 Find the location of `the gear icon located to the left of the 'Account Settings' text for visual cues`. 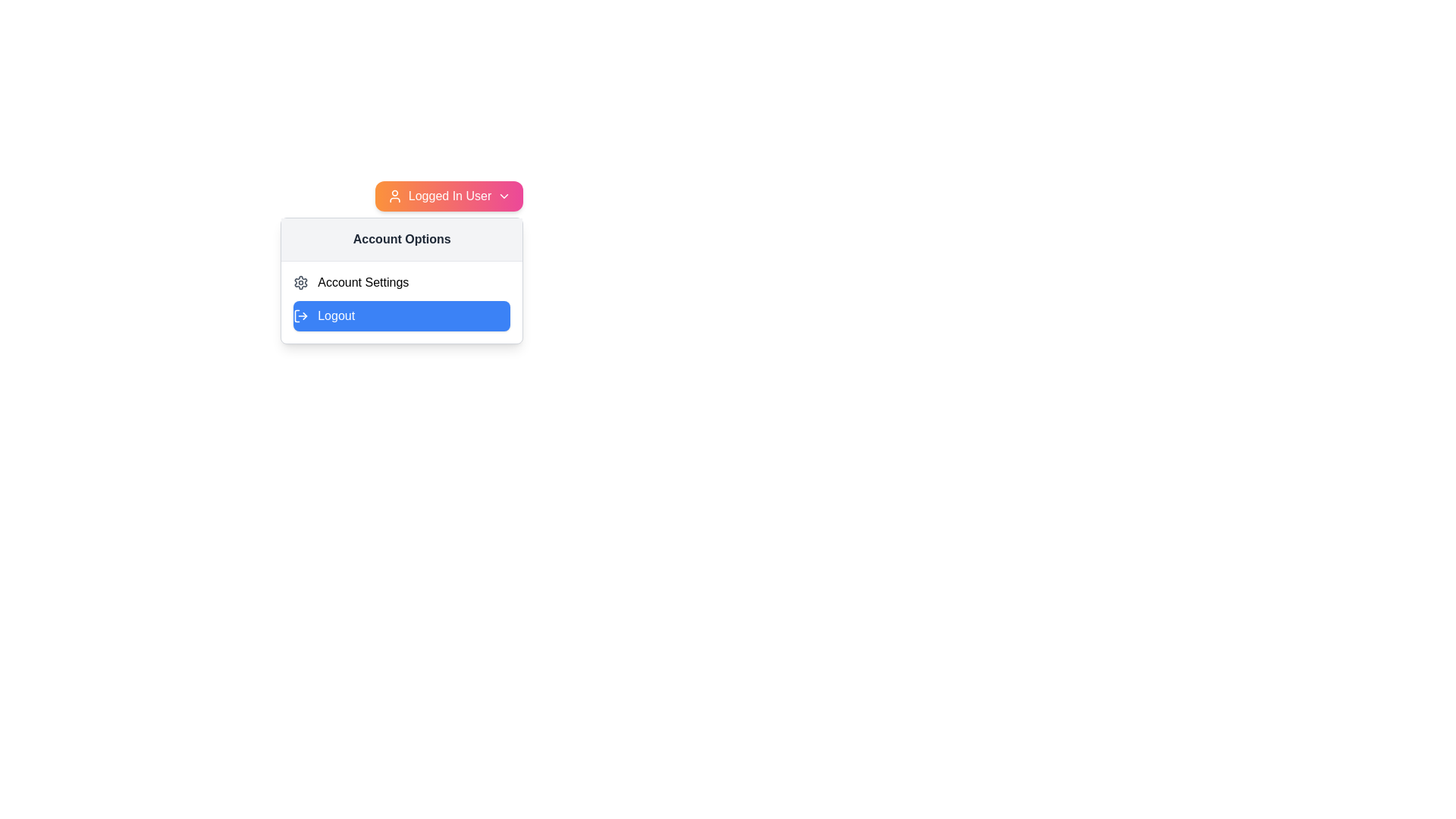

the gear icon located to the left of the 'Account Settings' text for visual cues is located at coordinates (301, 283).